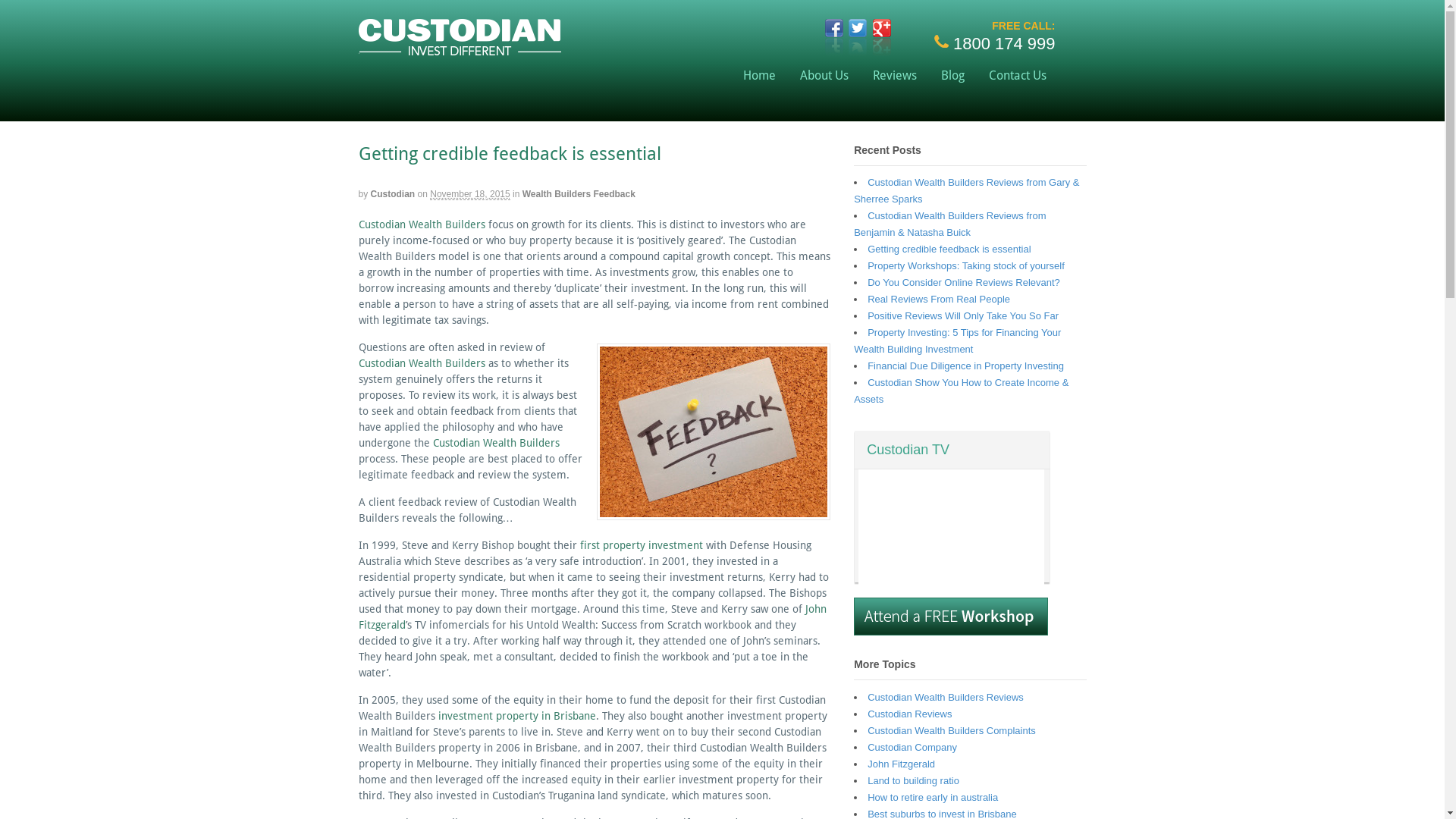 This screenshot has width=1456, height=819. I want to click on 'Property Workshops: Taking stock of yourself', so click(867, 265).